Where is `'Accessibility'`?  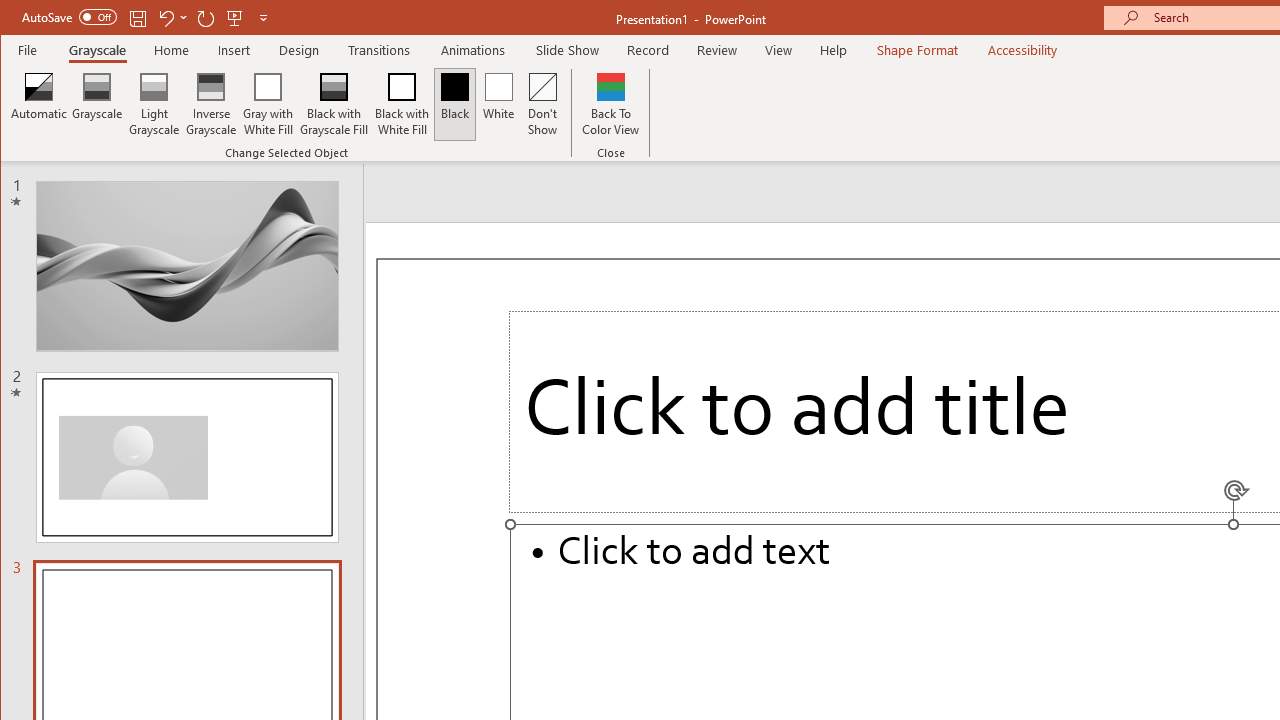
'Accessibility' is located at coordinates (1023, 49).